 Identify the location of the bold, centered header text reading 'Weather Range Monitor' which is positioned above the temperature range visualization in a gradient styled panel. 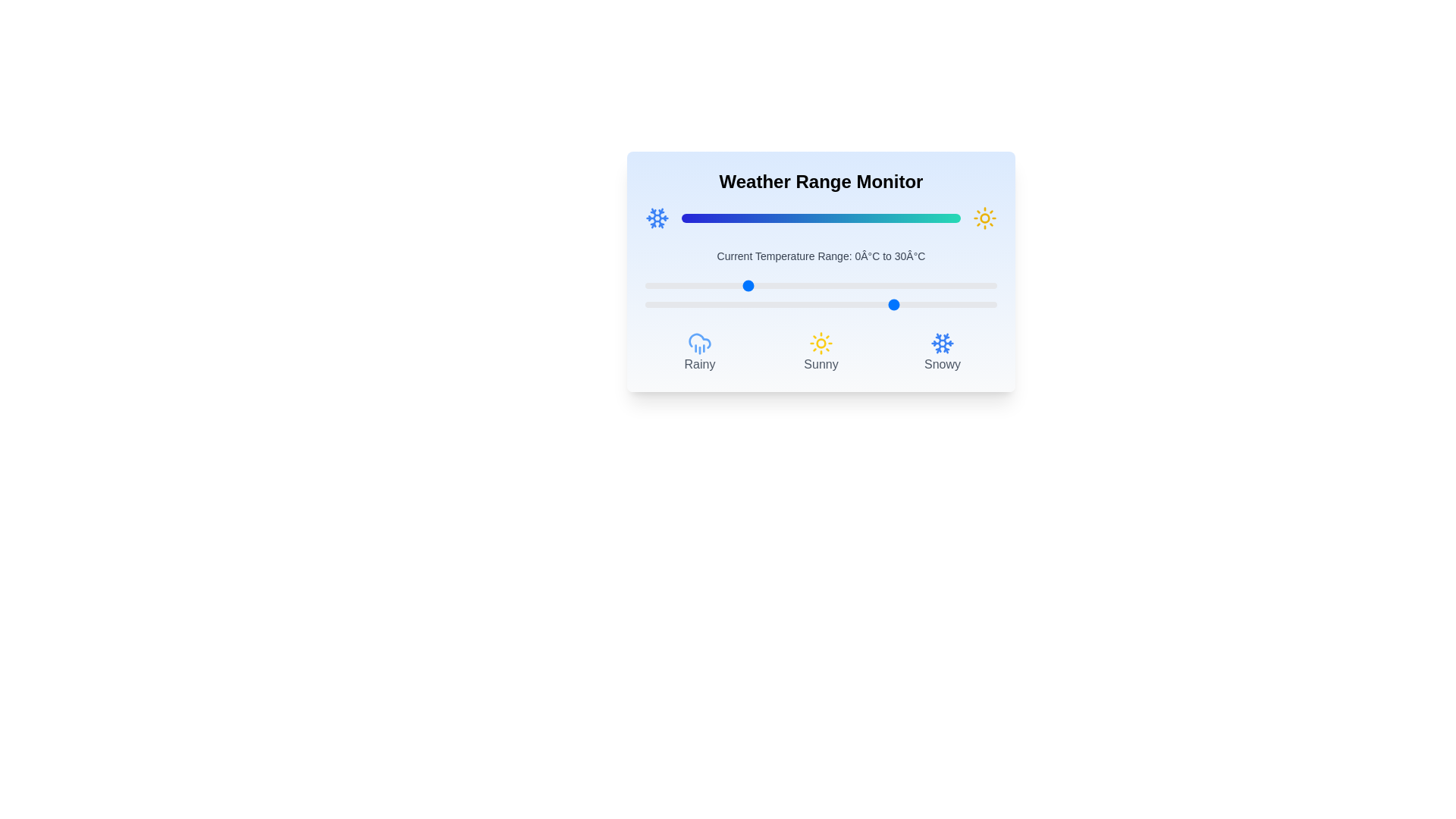
(821, 180).